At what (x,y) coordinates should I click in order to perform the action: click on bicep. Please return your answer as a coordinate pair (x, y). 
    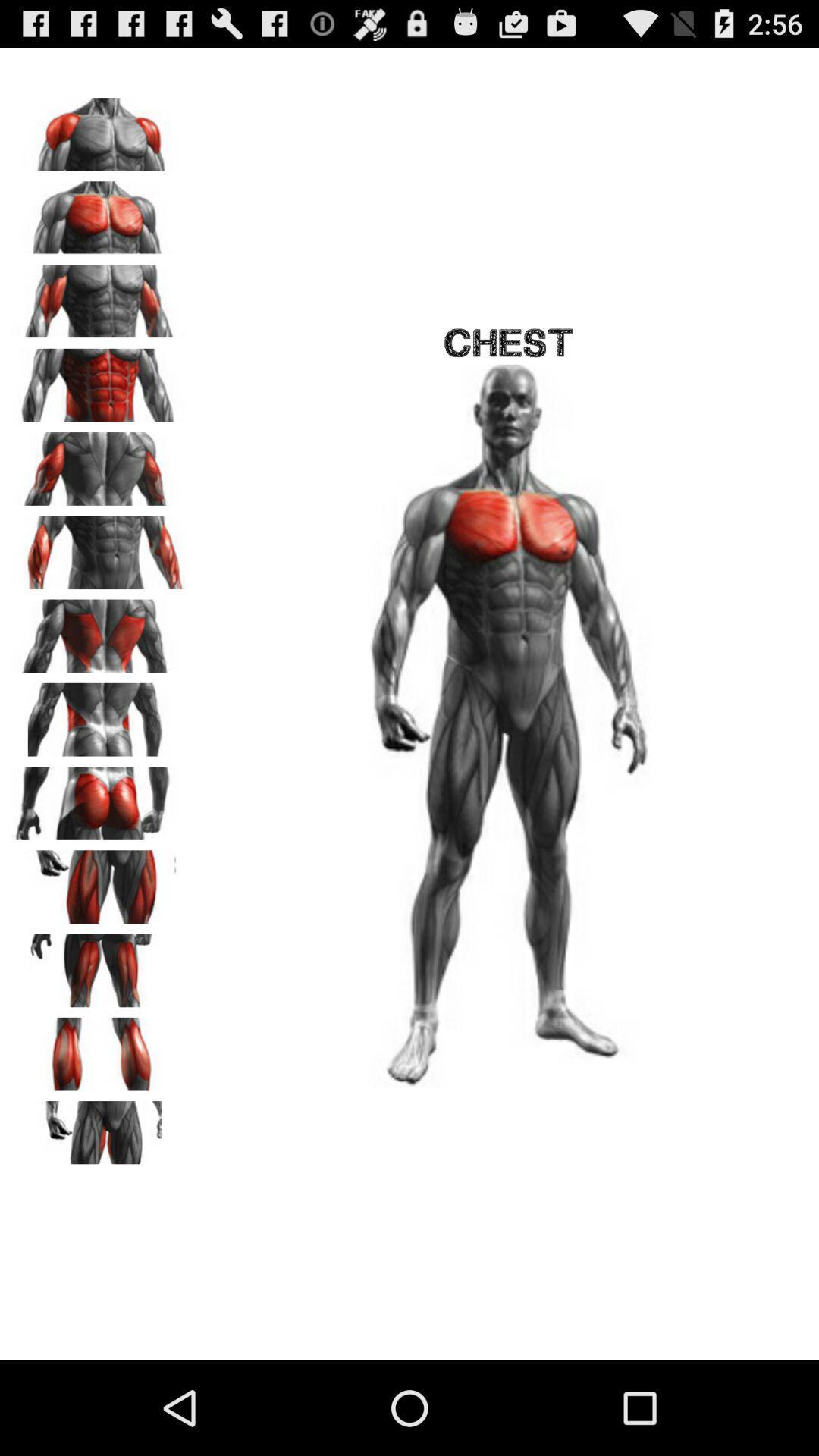
    Looking at the image, I should click on (99, 297).